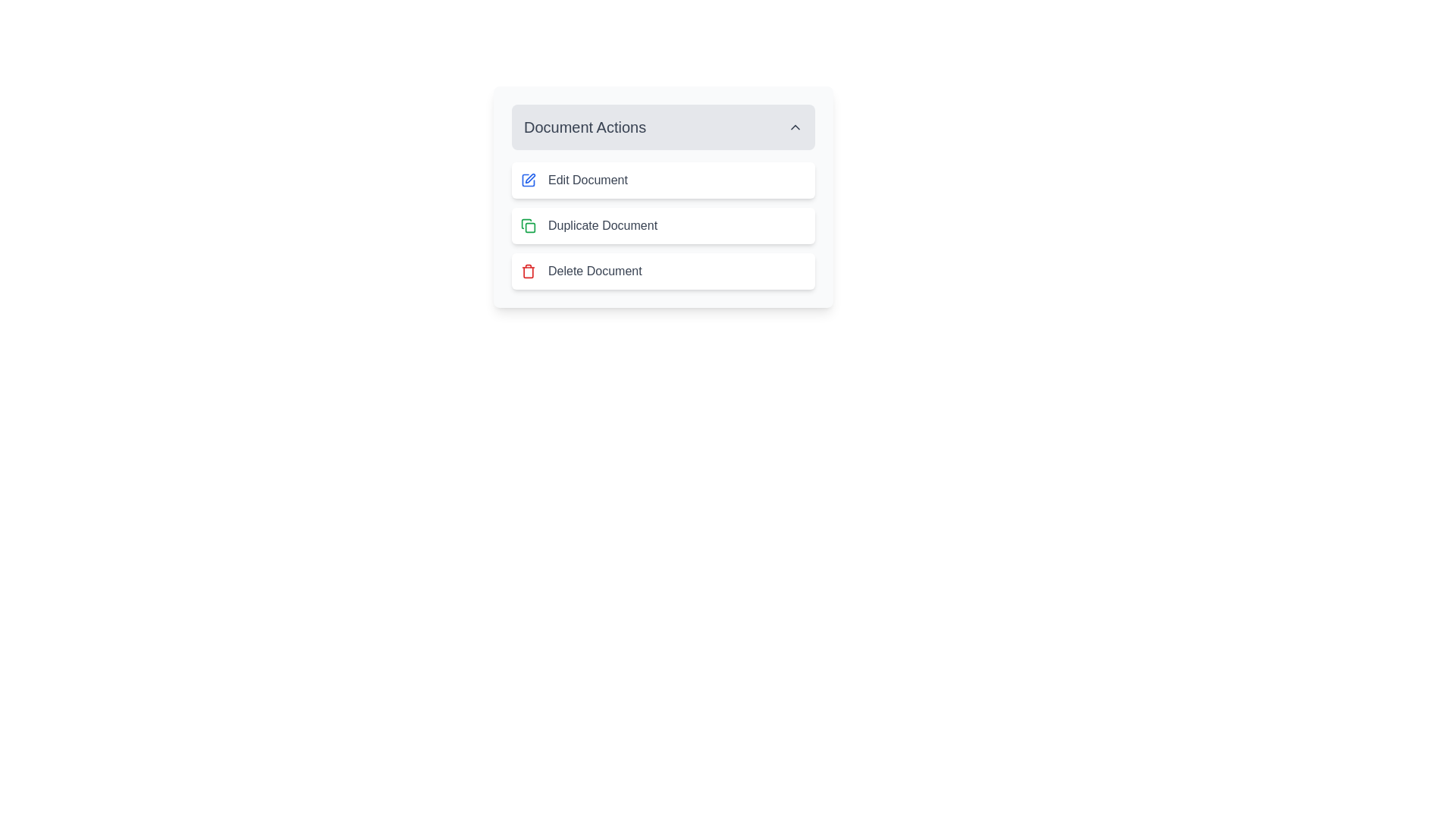 This screenshot has width=1456, height=819. I want to click on the 'Document Actions' expandable button, which has a light gray background and rounded corners, so click(663, 127).